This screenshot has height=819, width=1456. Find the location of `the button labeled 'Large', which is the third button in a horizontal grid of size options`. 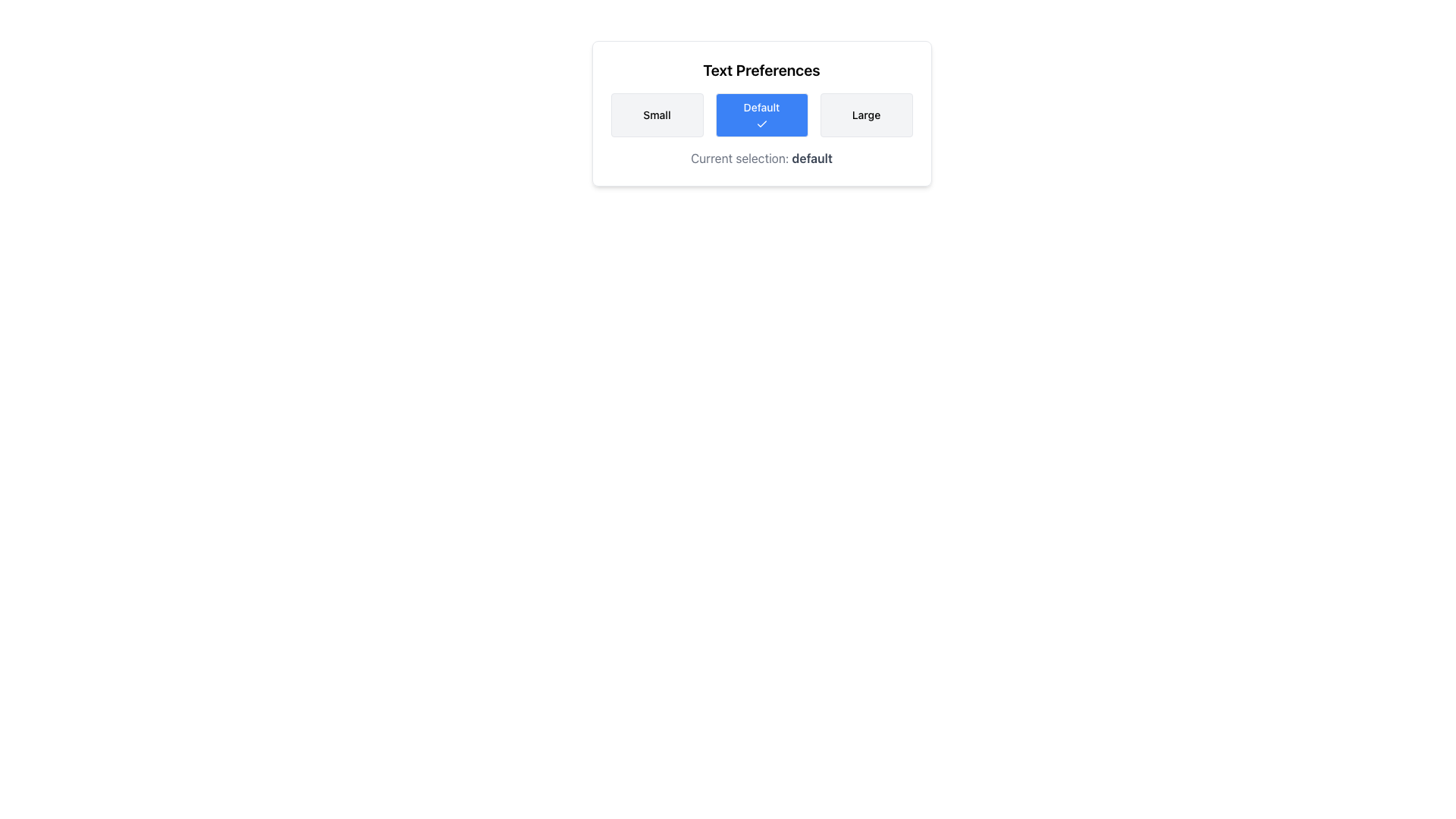

the button labeled 'Large', which is the third button in a horizontal grid of size options is located at coordinates (866, 114).